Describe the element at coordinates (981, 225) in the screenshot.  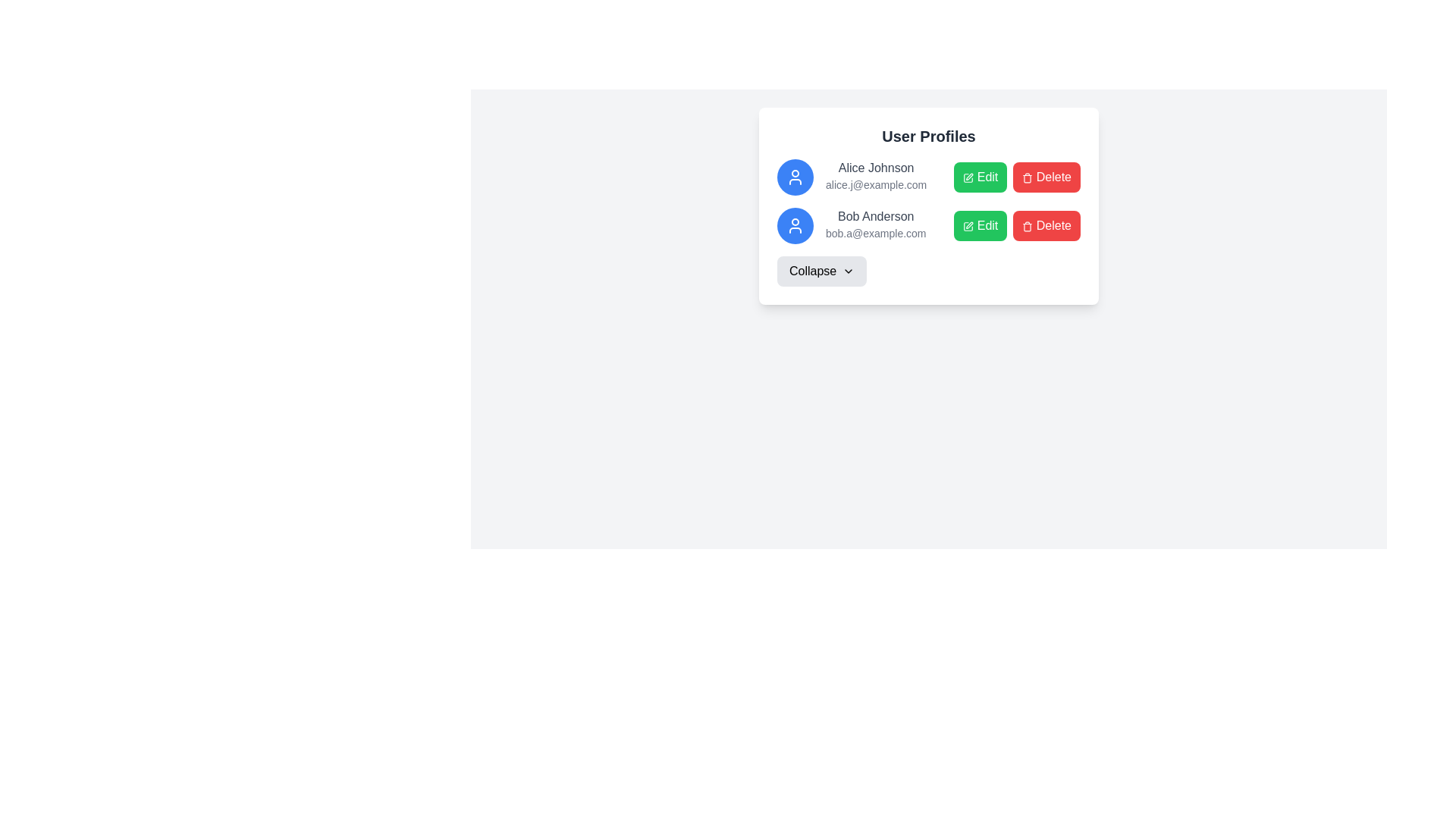
I see `the button for editing the profile of 'Bob Anderson', located in the second row of the profile list, first button in alignment with the 'Delete' button` at that location.